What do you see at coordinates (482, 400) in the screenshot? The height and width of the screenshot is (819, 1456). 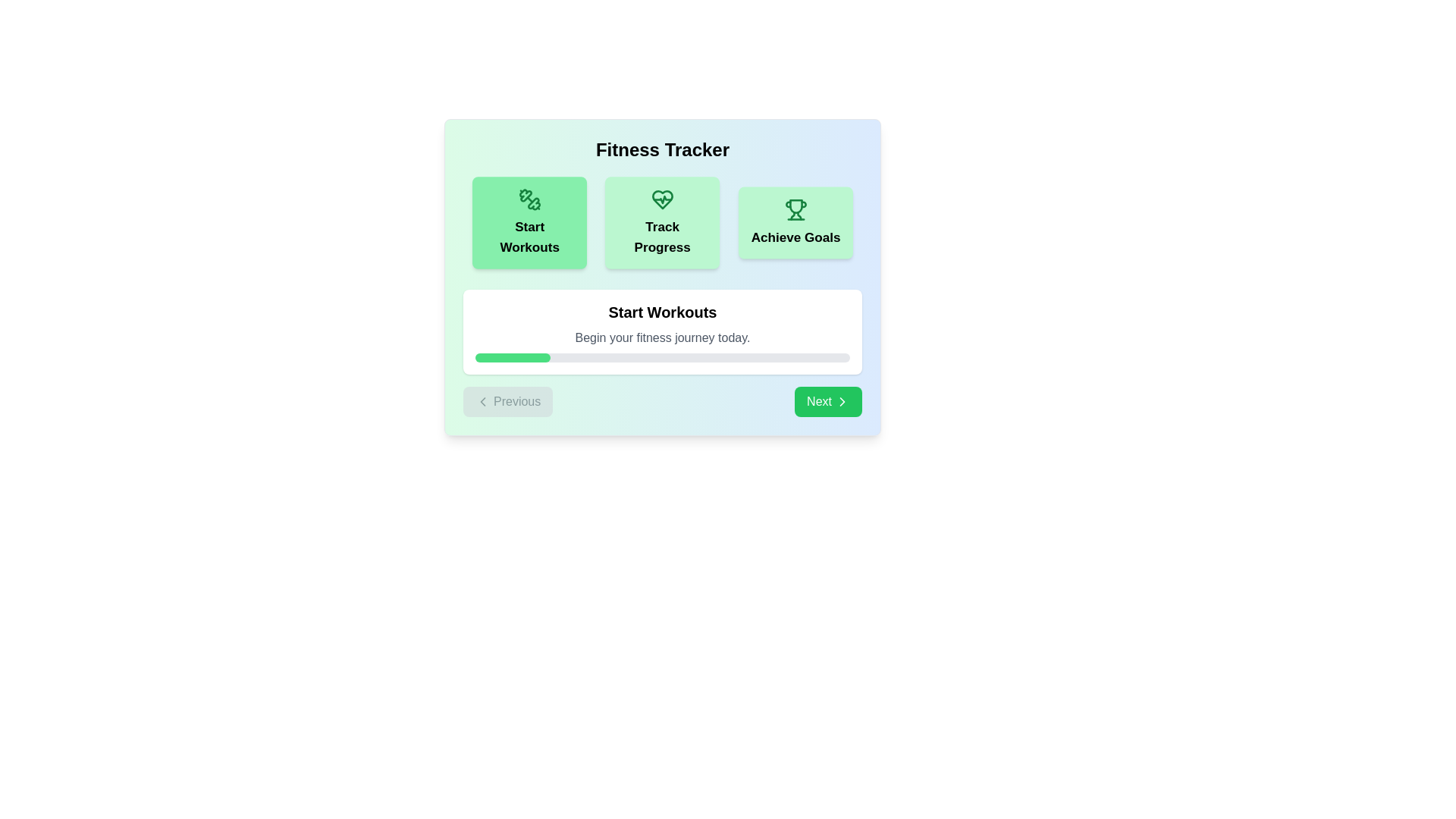 I see `the navigation icon located in the bottom-left area of the main interface` at bounding box center [482, 400].